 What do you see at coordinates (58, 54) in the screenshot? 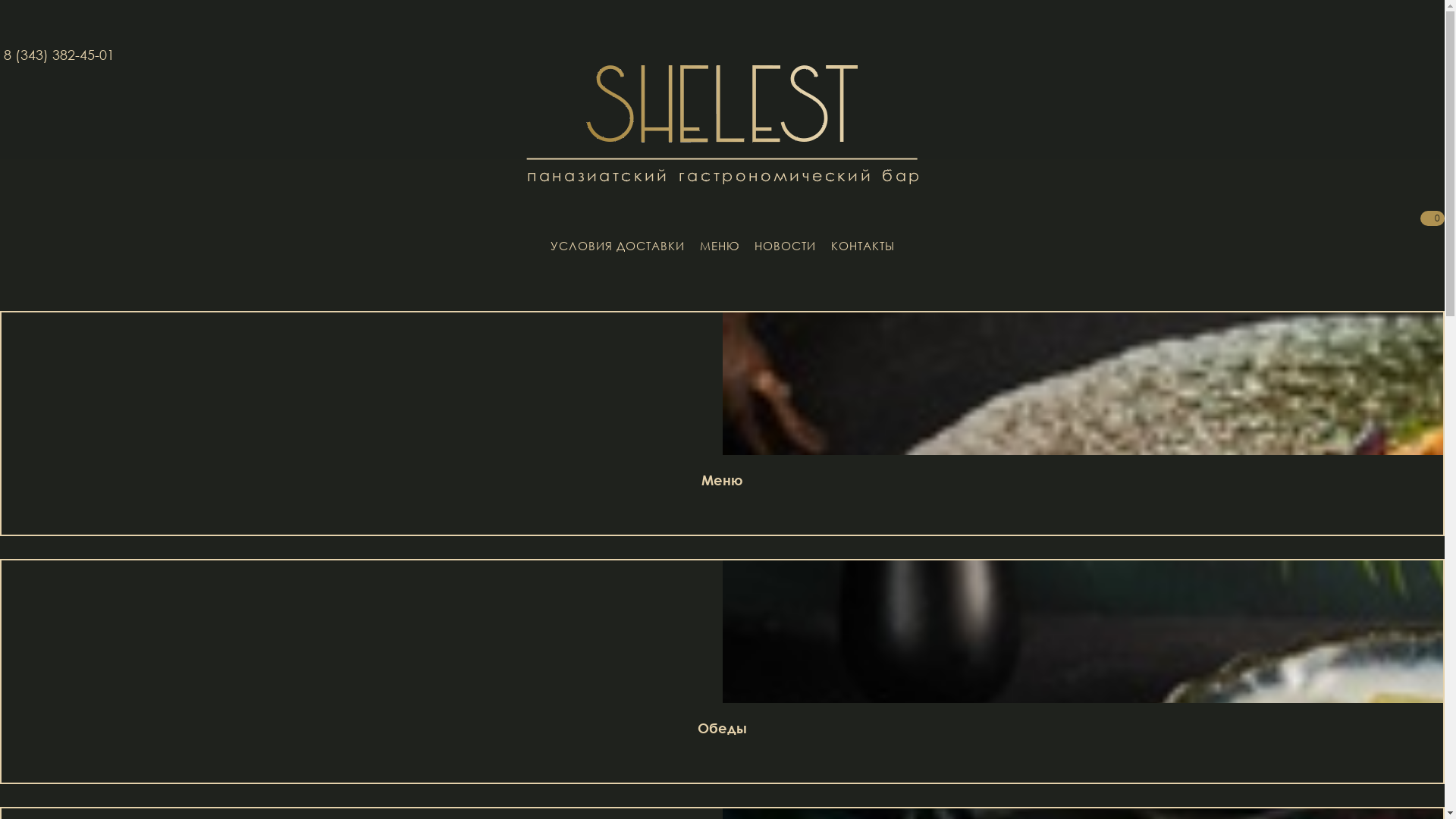
I see `'8 (343) 382-45-01'` at bounding box center [58, 54].